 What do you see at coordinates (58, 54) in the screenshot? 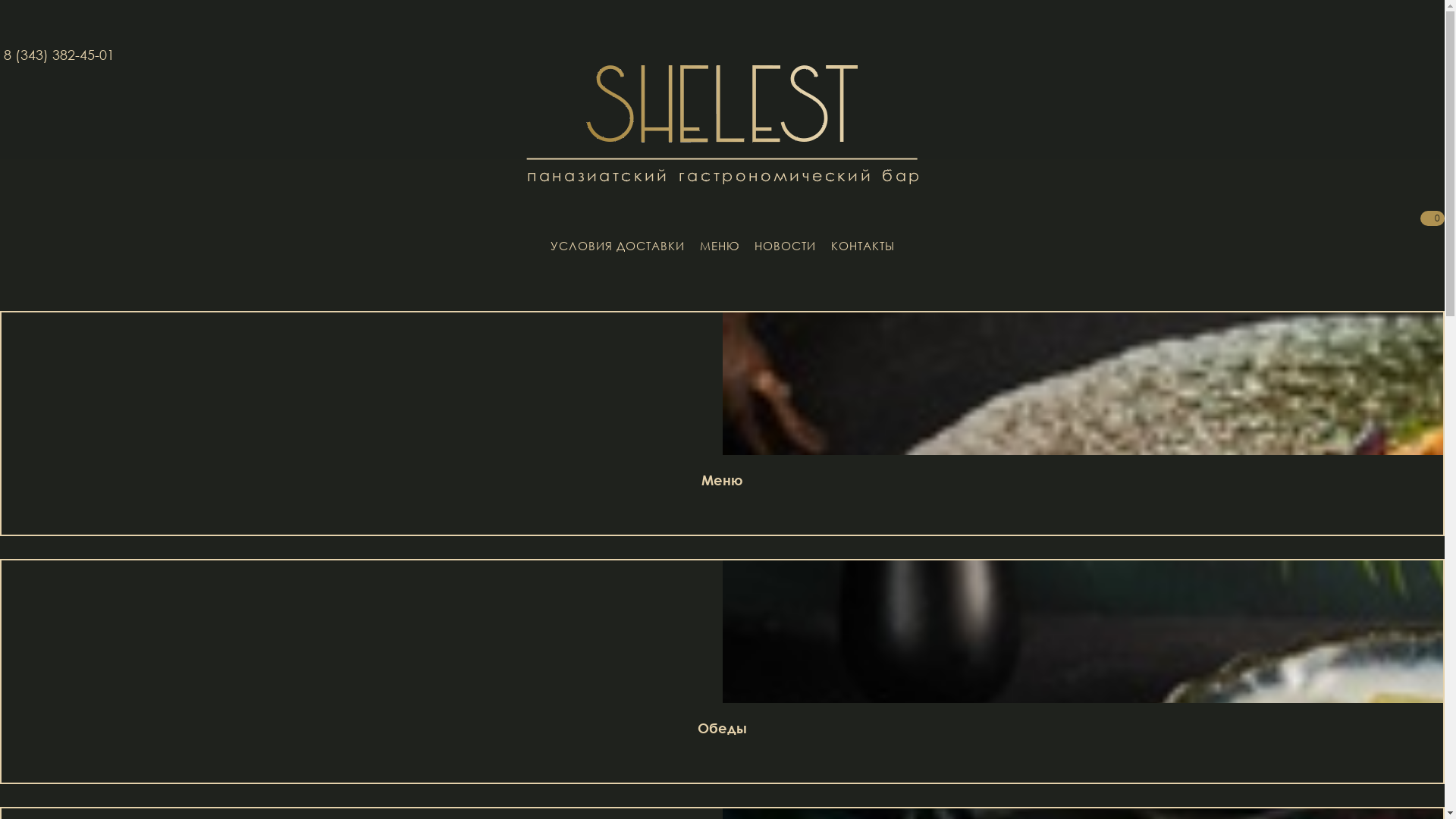
I see `'8 (343) 382-45-01'` at bounding box center [58, 54].